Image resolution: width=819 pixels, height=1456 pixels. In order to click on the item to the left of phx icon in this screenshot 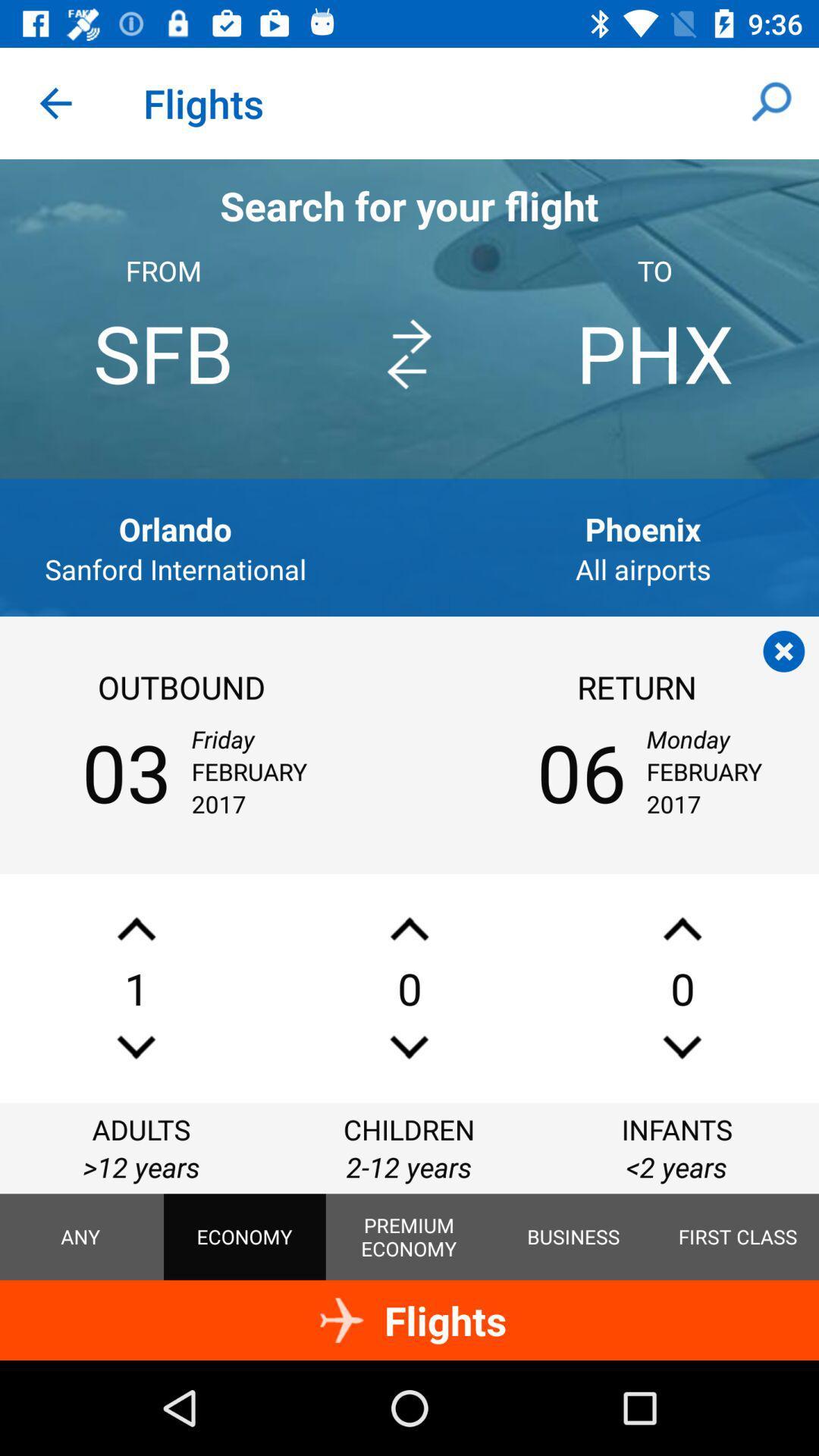, I will do `click(408, 353)`.